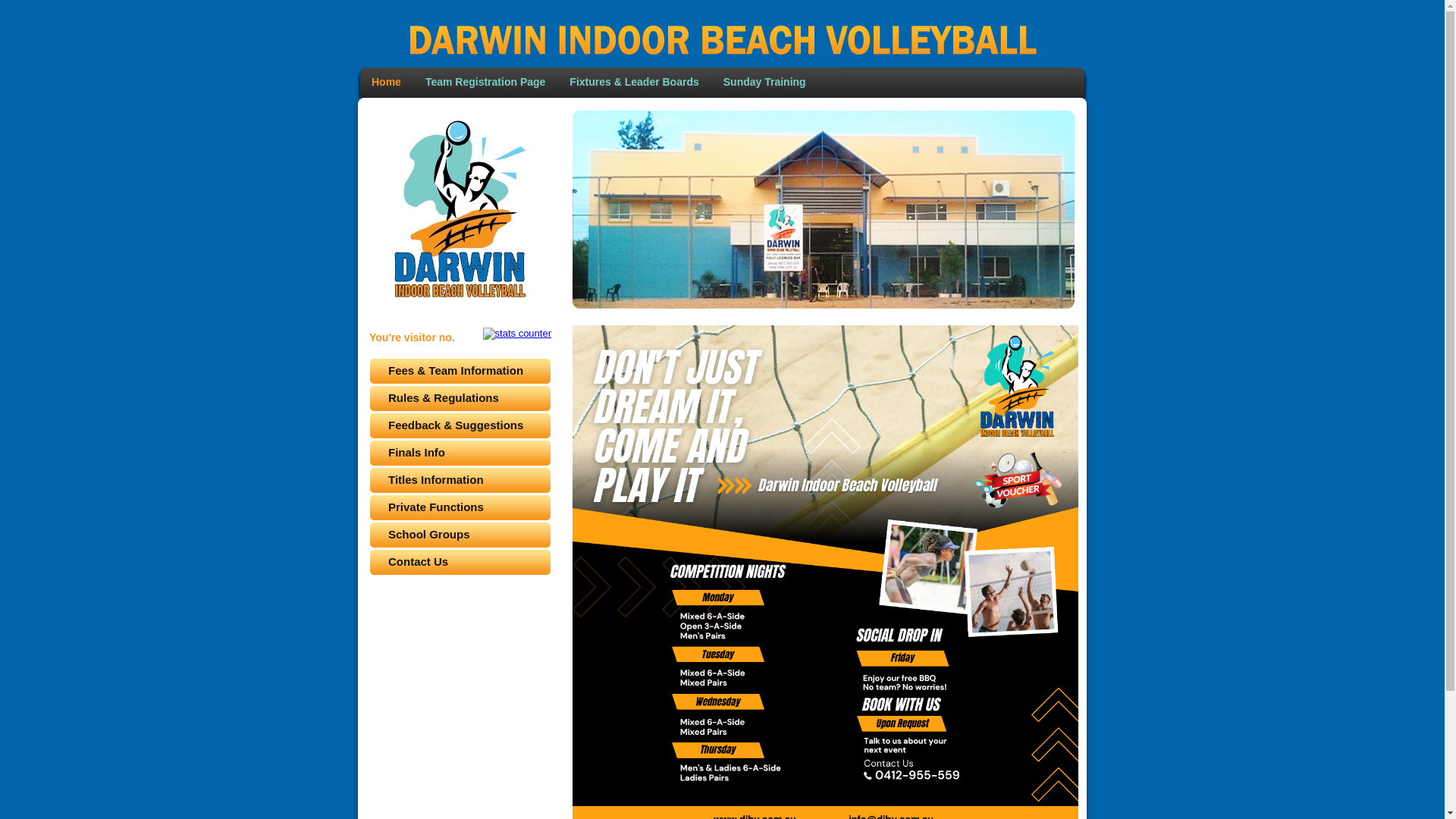 The image size is (1456, 819). I want to click on 'Rules & Regulations', so click(369, 397).